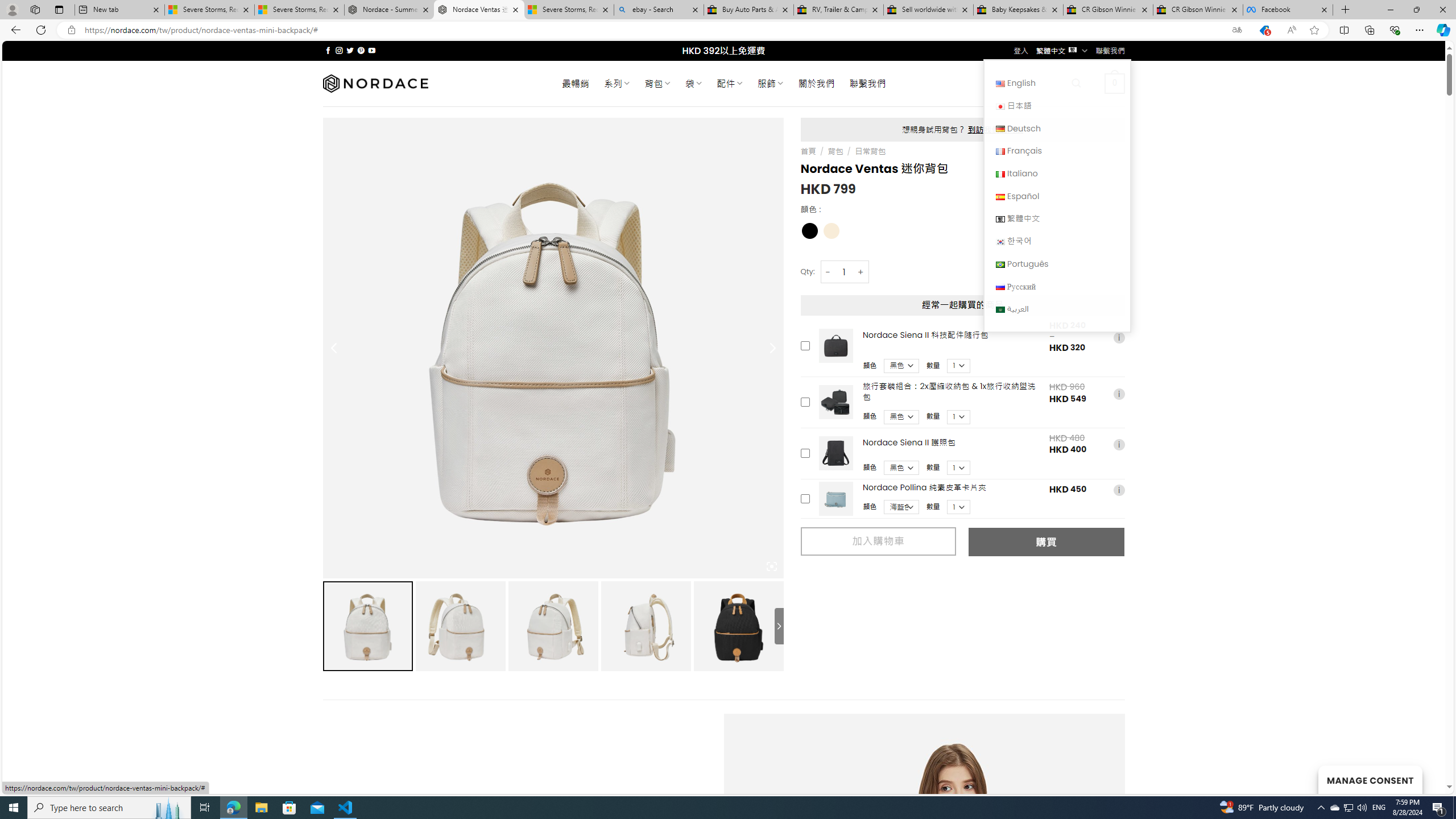 This screenshot has height=819, width=1456. Describe the element at coordinates (1057, 172) in the screenshot. I see `' Italiano'` at that location.